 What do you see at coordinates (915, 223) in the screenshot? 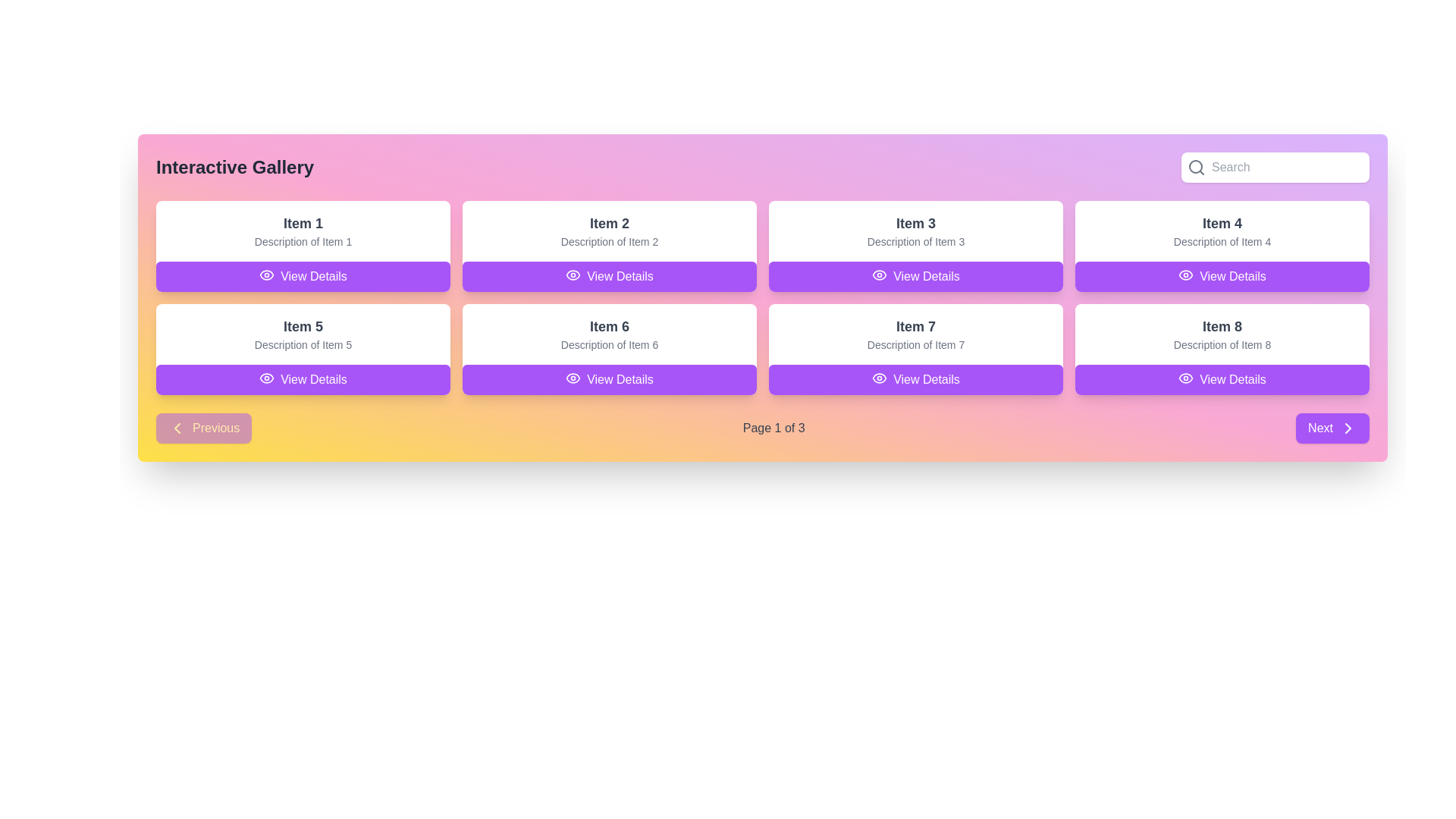
I see `the static text label that reads 'Item 3', which is the heading of the third card in the first row of a grid layout` at bounding box center [915, 223].